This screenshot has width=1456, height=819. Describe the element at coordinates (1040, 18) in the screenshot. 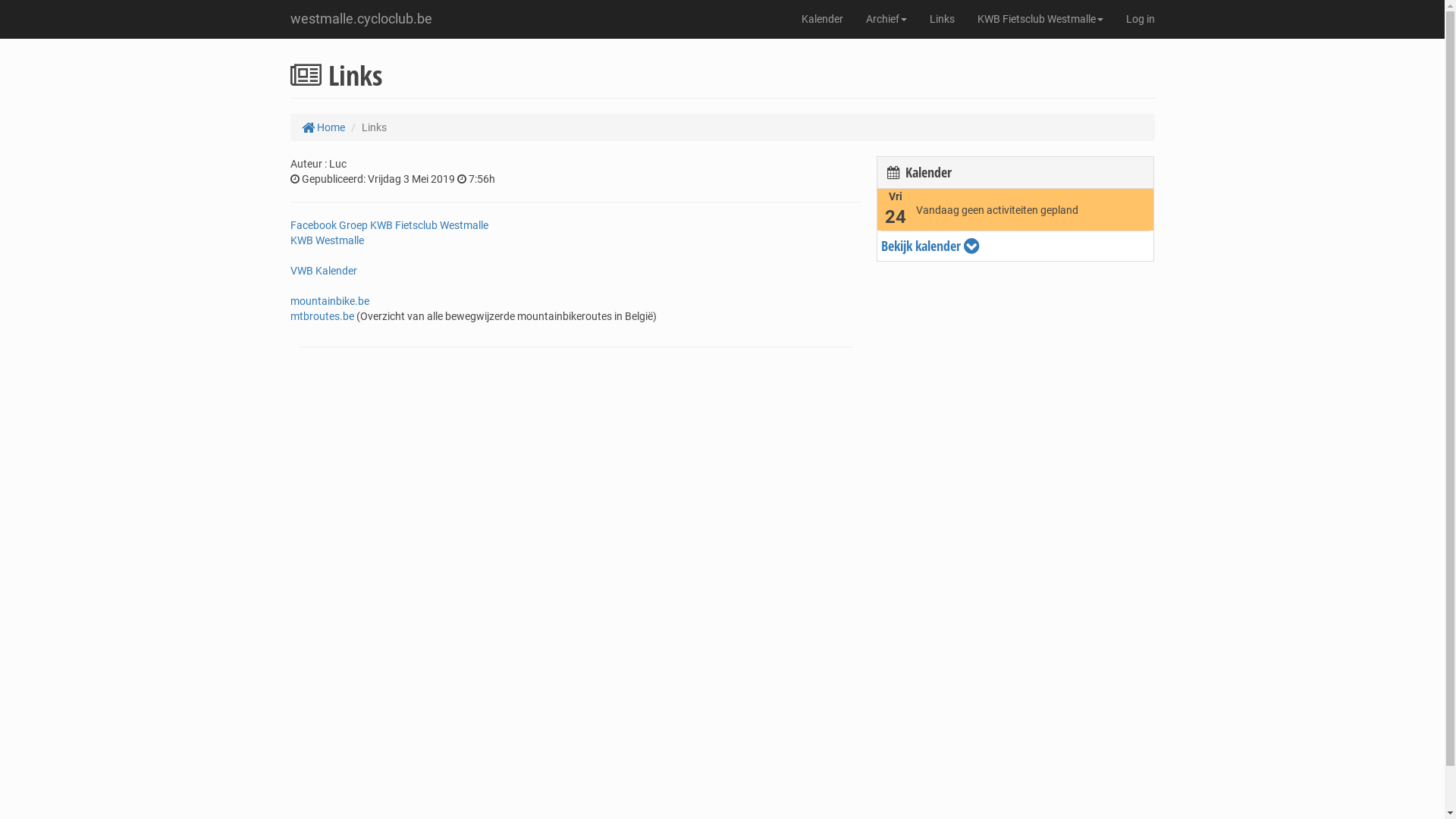

I see `'KWB Fietsclub Westmalle'` at that location.